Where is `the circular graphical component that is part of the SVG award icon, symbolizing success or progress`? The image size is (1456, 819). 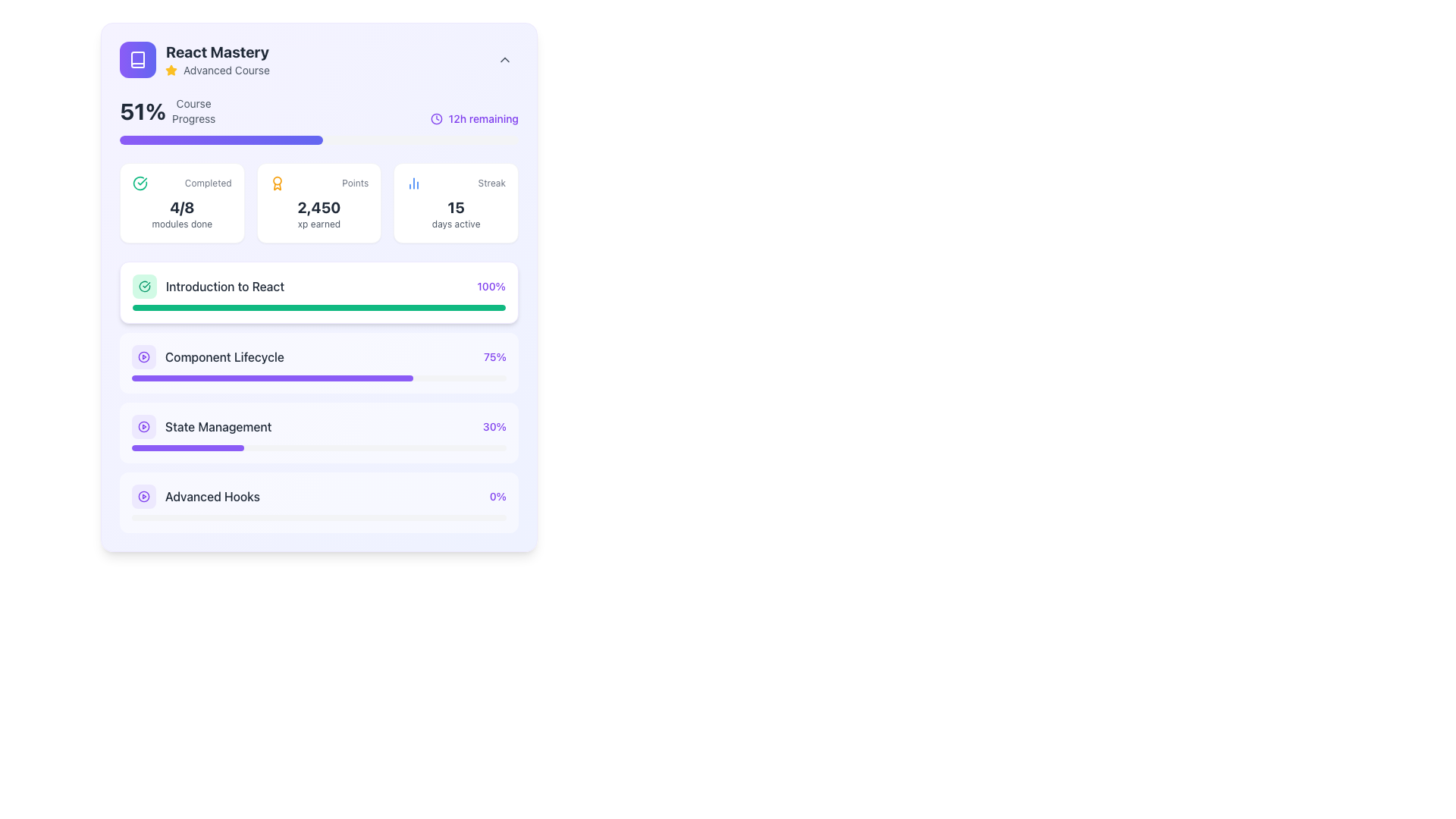 the circular graphical component that is part of the SVG award icon, symbolizing success or progress is located at coordinates (277, 180).